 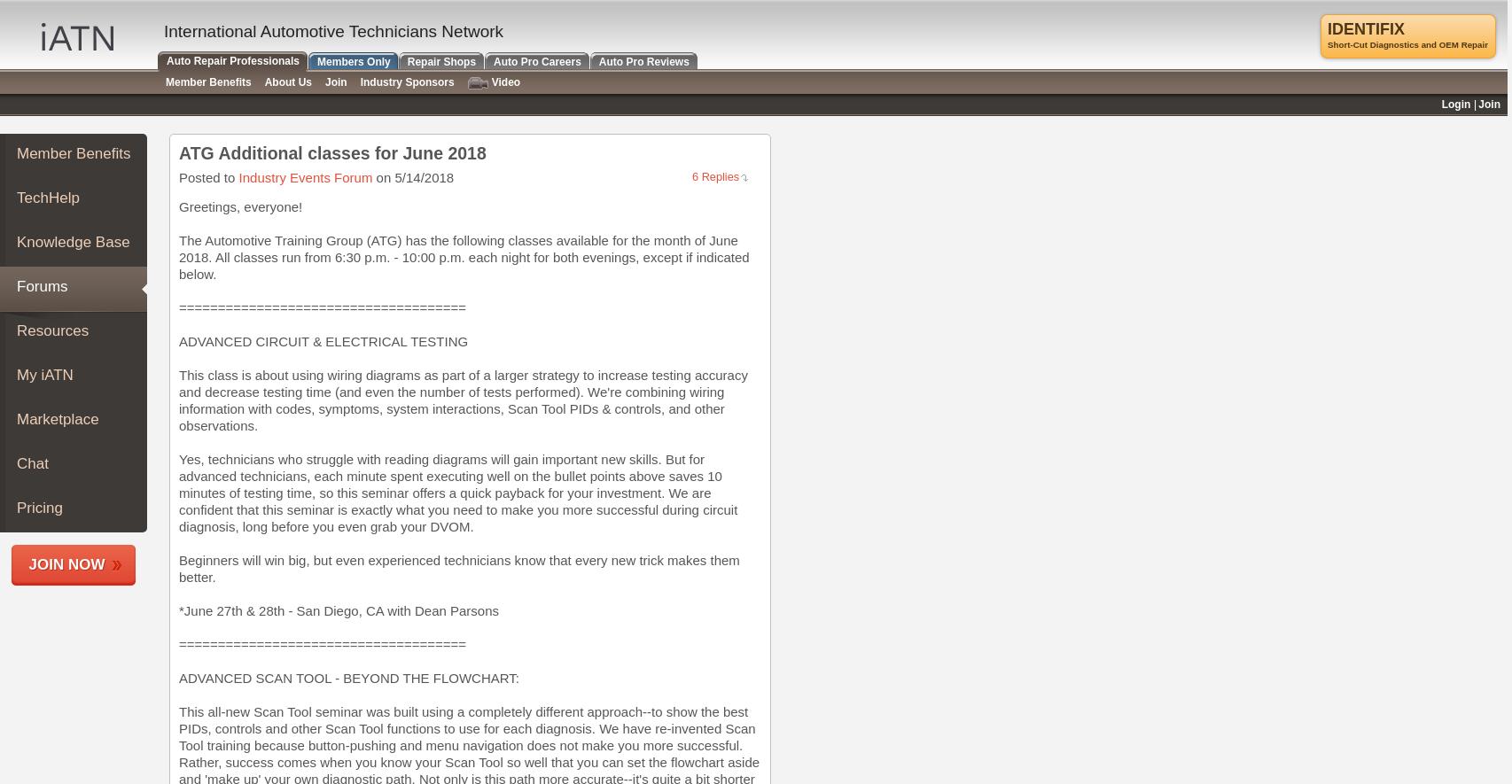 I want to click on 'Posted to', so click(x=208, y=177).